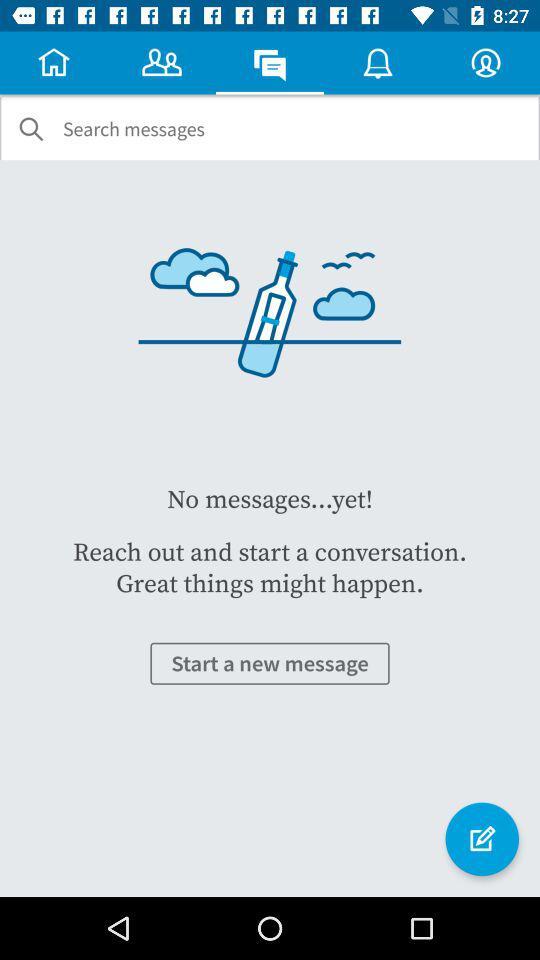 This screenshot has width=540, height=960. What do you see at coordinates (30, 128) in the screenshot?
I see `the  icon which is left to the text search messages` at bounding box center [30, 128].